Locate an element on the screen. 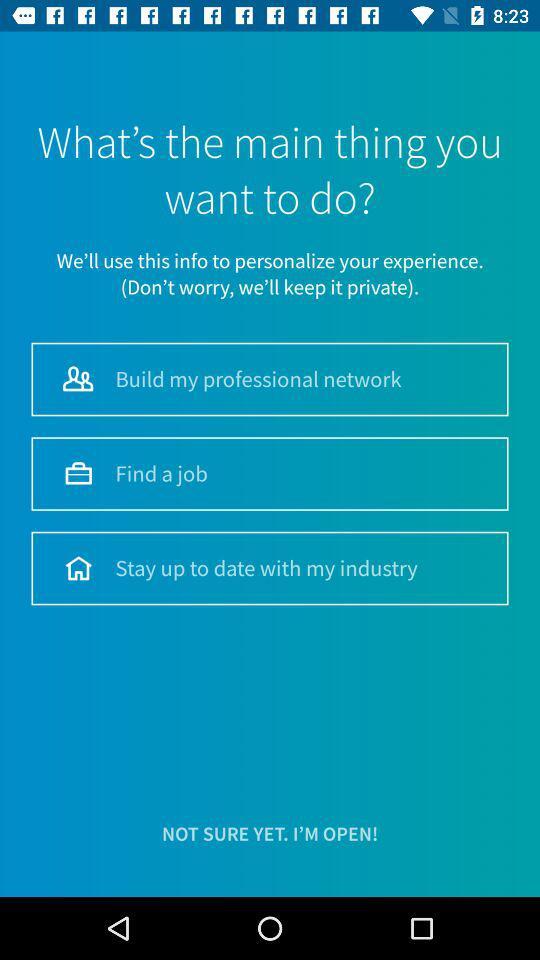 The width and height of the screenshot is (540, 960). the icon below the stay up to icon is located at coordinates (270, 834).